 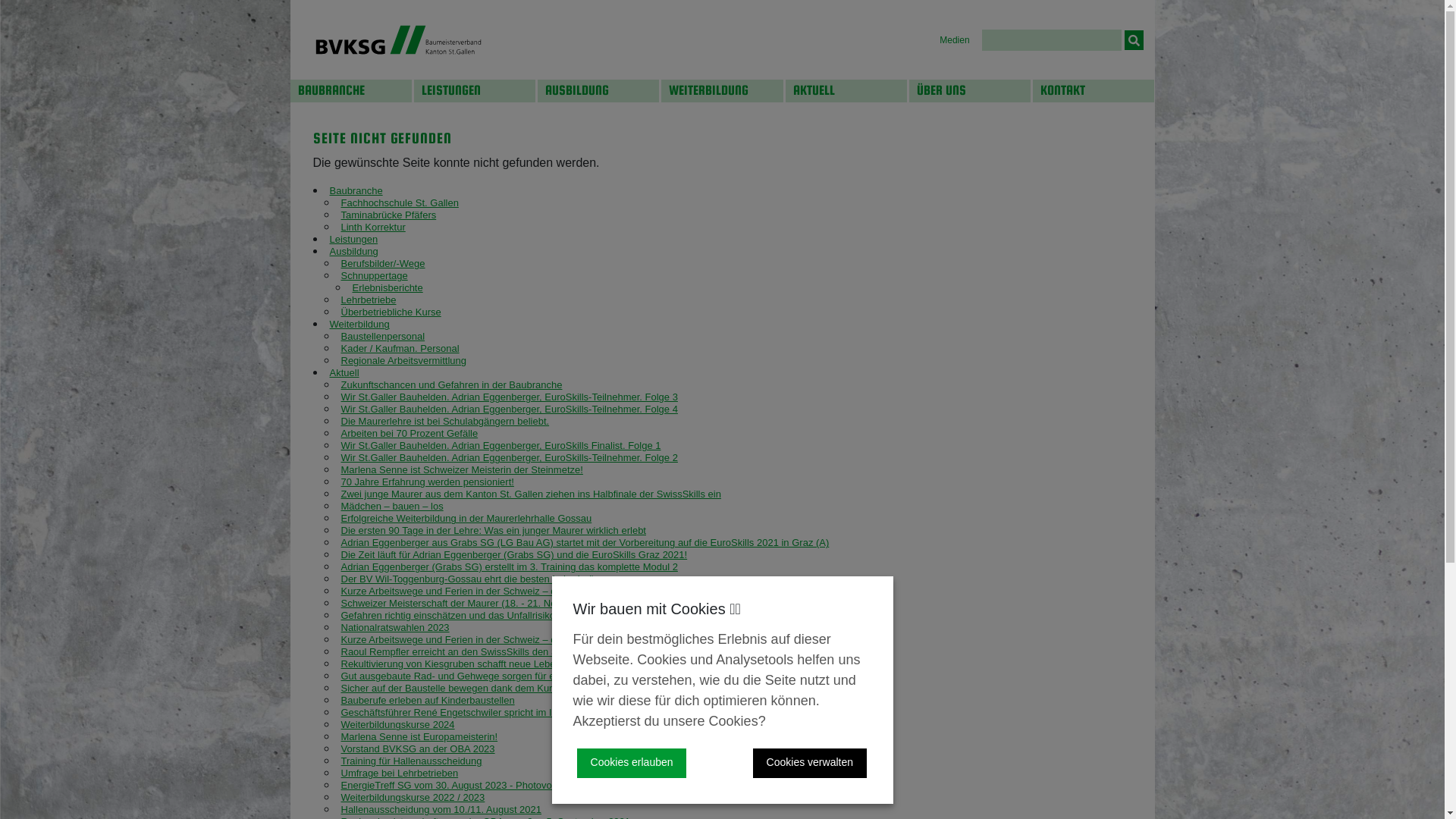 What do you see at coordinates (290, 90) in the screenshot?
I see `'BAUBRANCHE'` at bounding box center [290, 90].